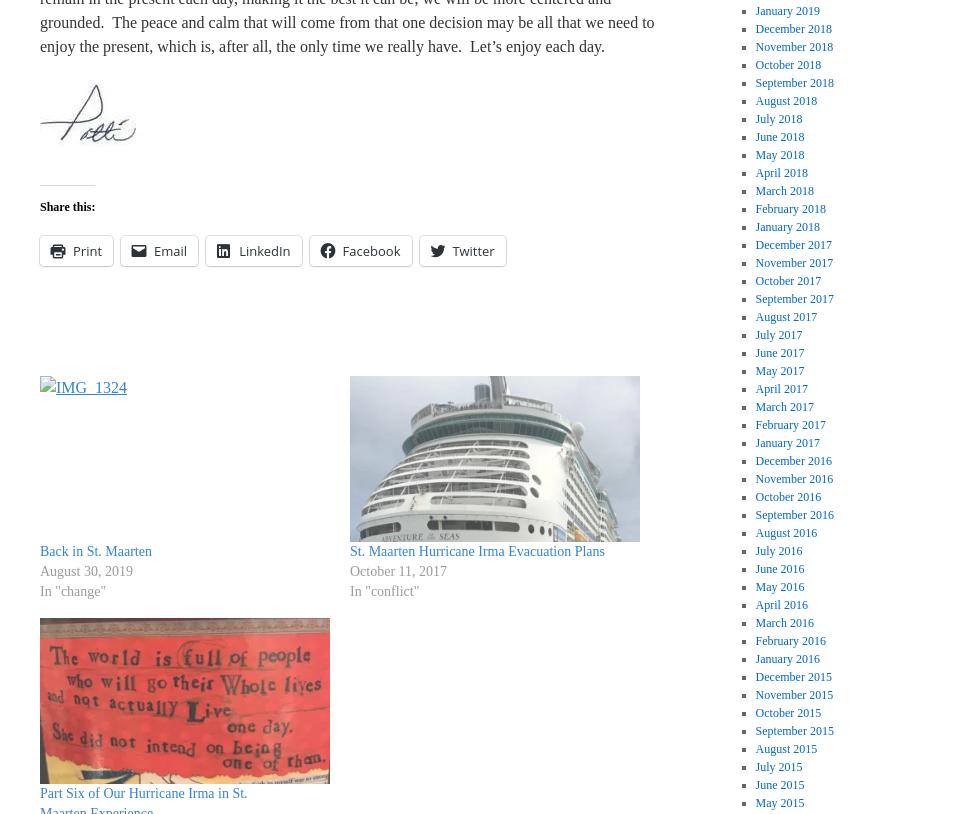 This screenshot has width=980, height=814. I want to click on 'September 2015', so click(793, 730).